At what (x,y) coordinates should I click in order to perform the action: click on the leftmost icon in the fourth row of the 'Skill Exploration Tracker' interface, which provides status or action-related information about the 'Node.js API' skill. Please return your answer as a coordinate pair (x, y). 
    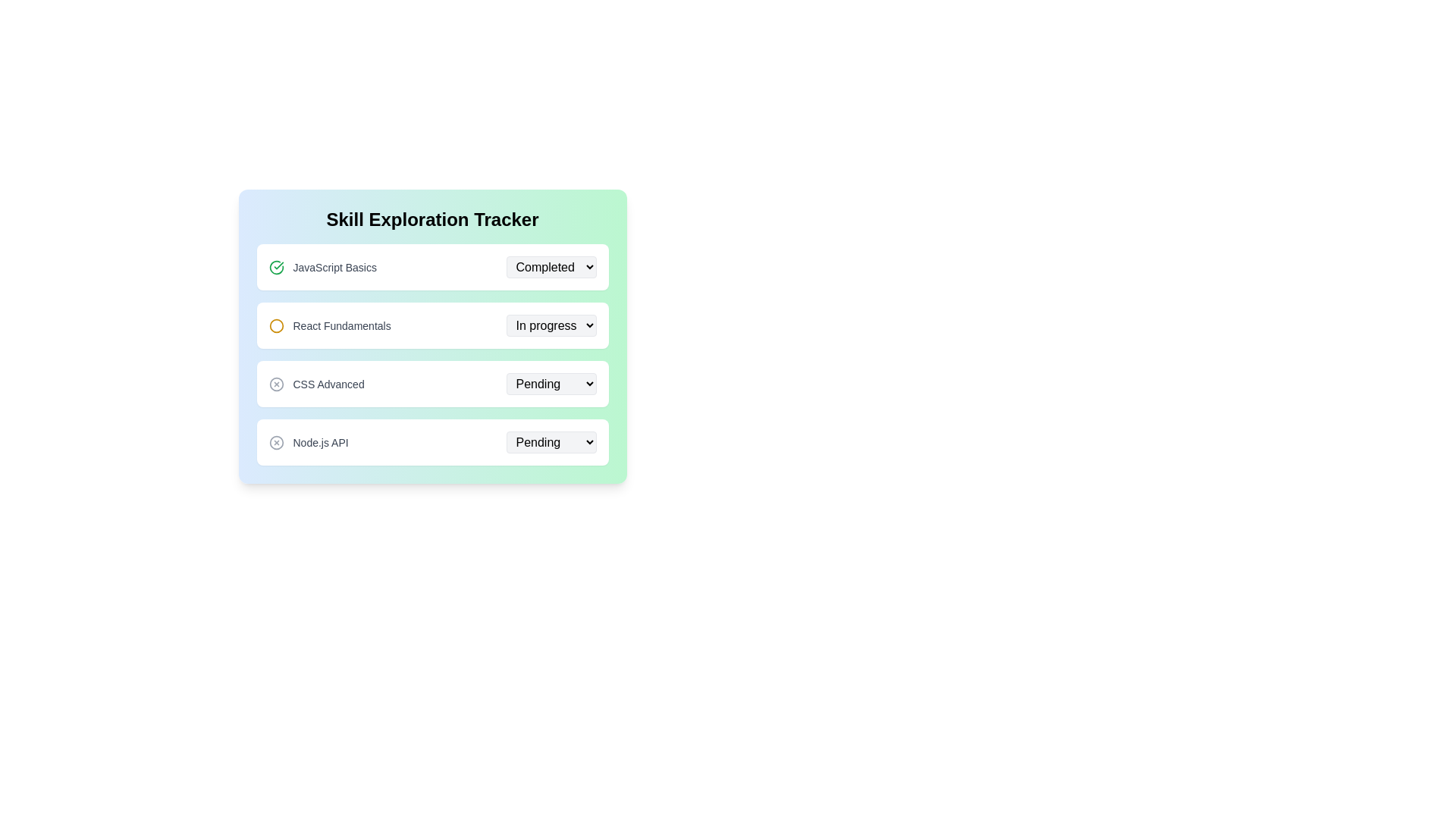
    Looking at the image, I should click on (276, 442).